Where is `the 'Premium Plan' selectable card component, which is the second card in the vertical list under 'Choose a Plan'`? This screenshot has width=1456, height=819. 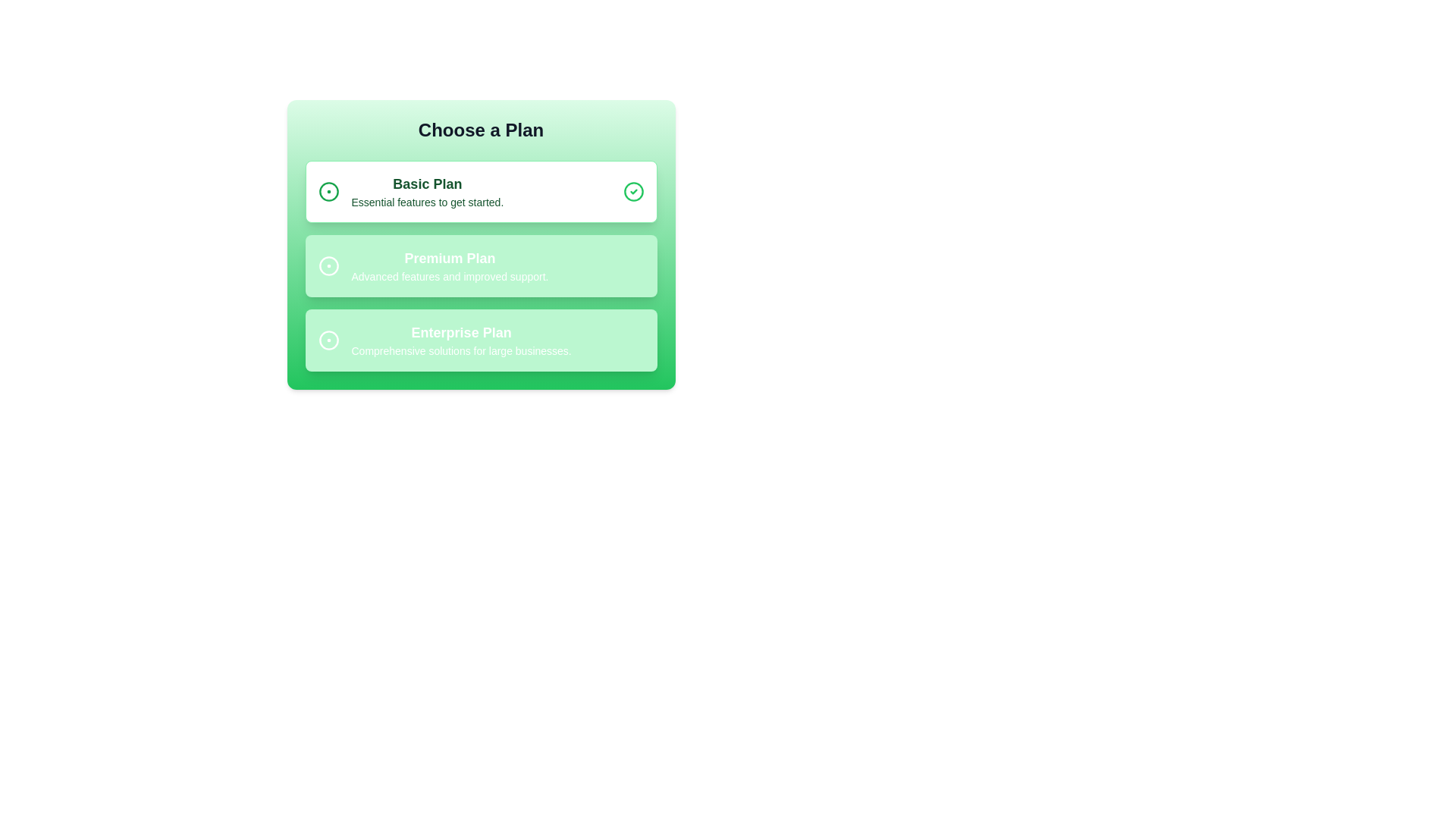 the 'Premium Plan' selectable card component, which is the second card in the vertical list under 'Choose a Plan' is located at coordinates (480, 265).